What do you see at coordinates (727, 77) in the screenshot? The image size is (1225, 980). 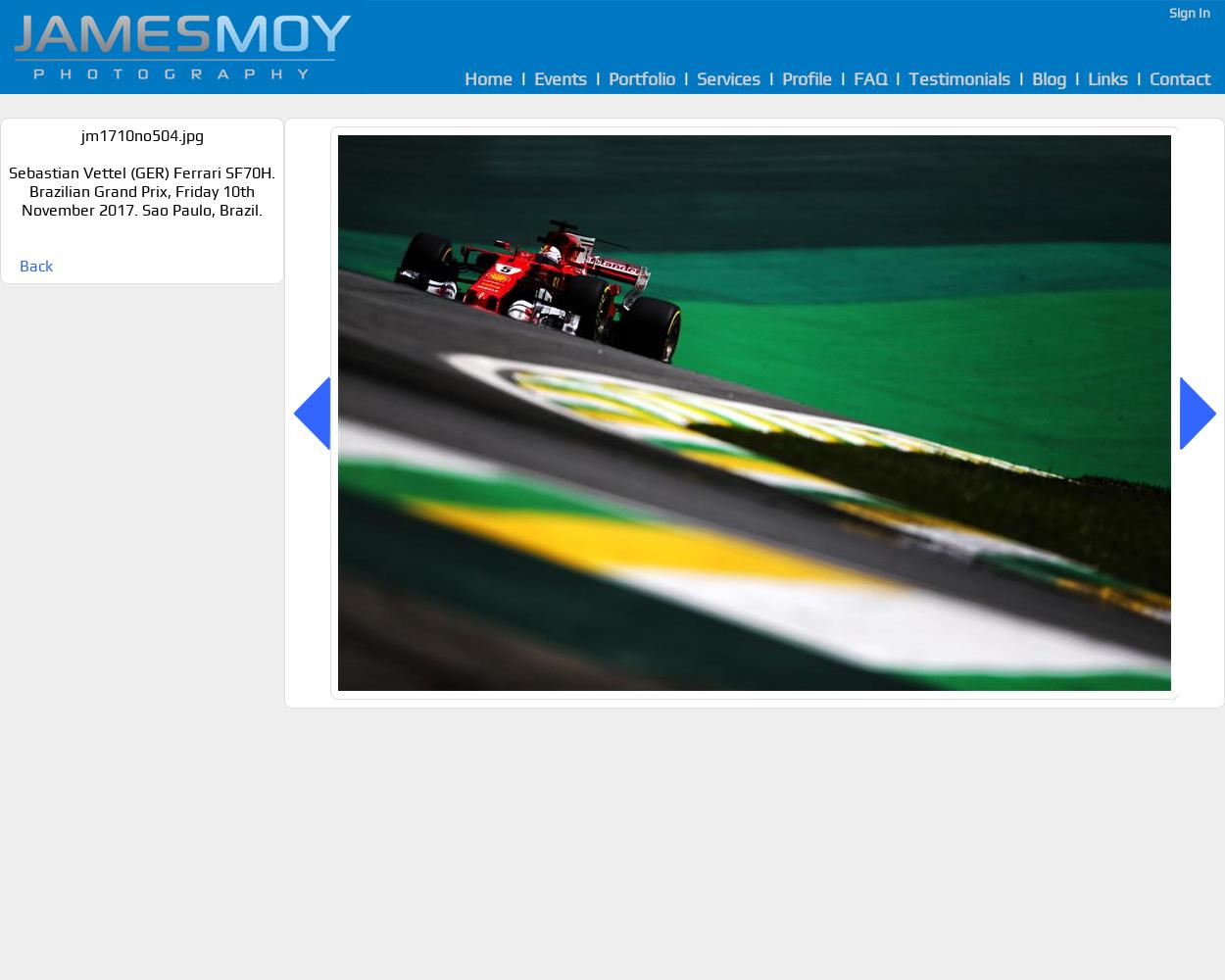 I see `'Services'` at bounding box center [727, 77].